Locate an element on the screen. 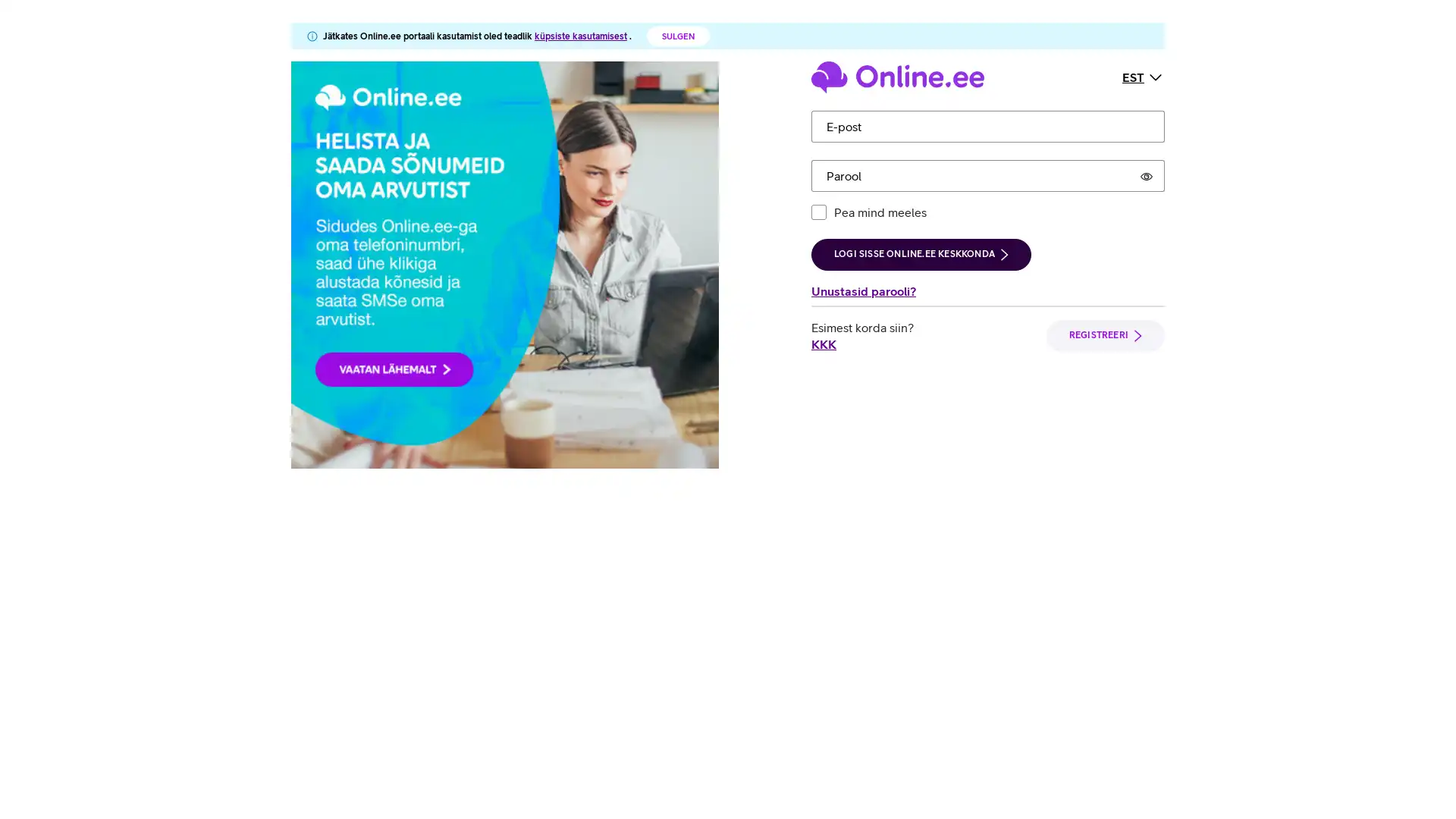 The height and width of the screenshot is (819, 1456). Naitan parooli is located at coordinates (1147, 174).